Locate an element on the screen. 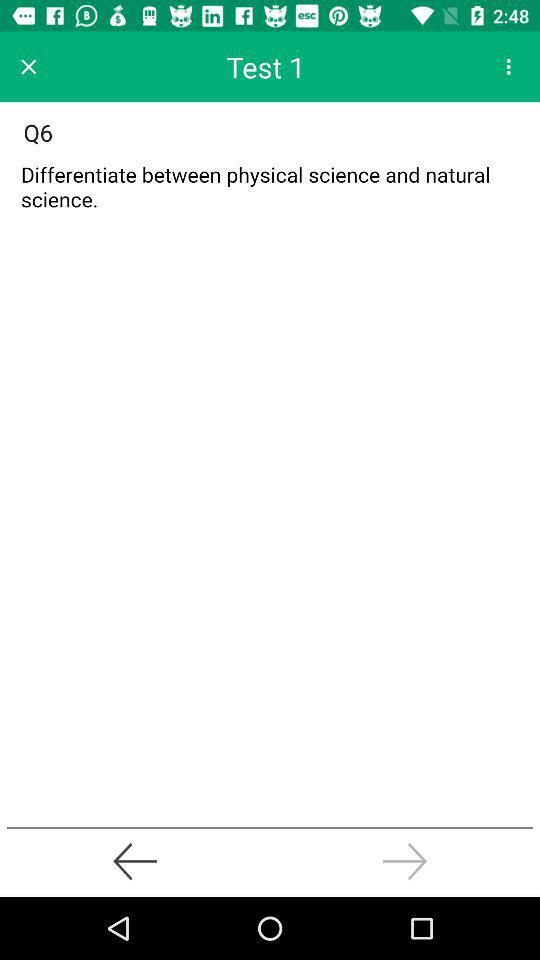 Image resolution: width=540 pixels, height=960 pixels. option is located at coordinates (27, 66).